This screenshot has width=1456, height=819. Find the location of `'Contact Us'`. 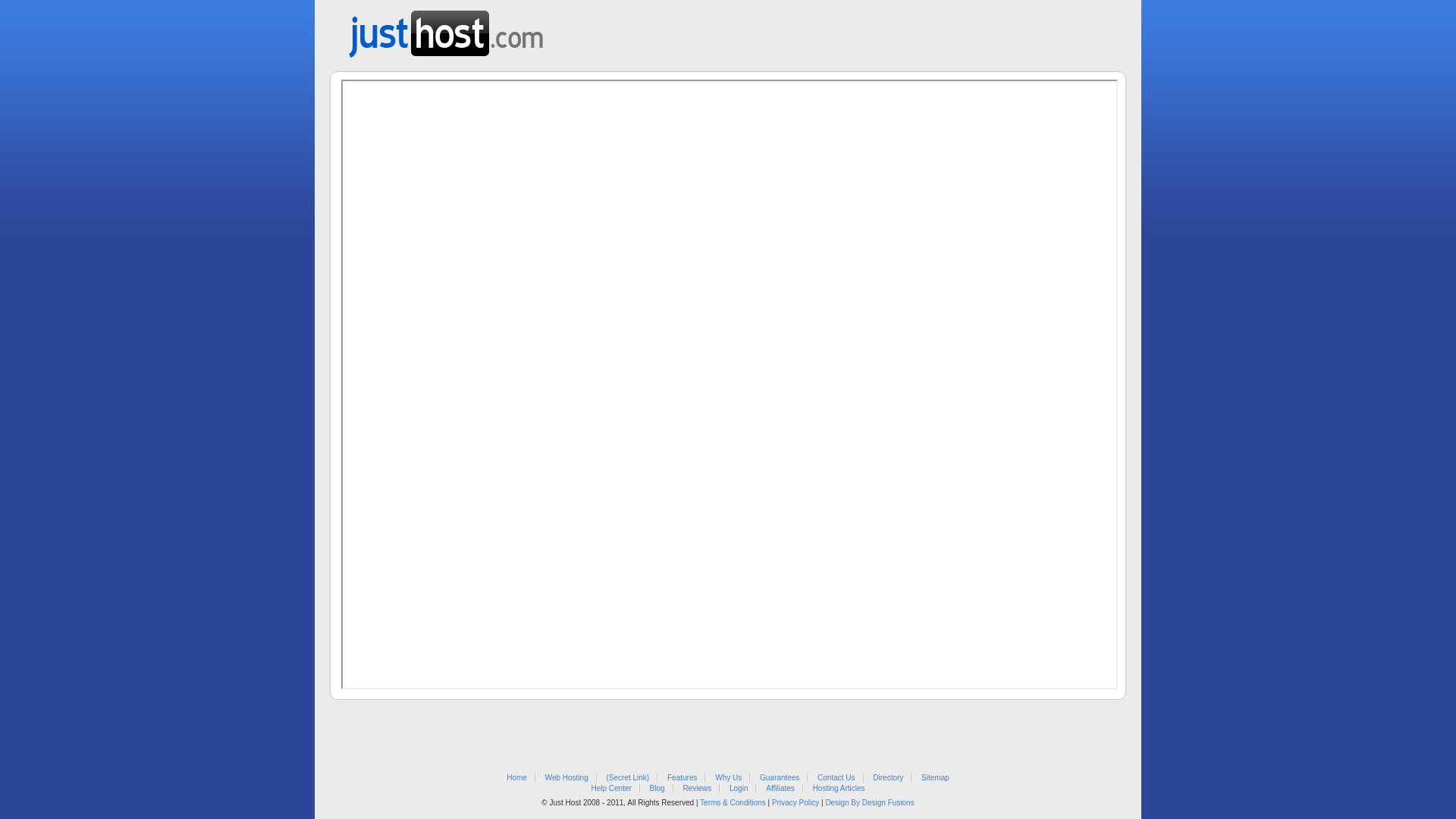

'Contact Us' is located at coordinates (835, 777).